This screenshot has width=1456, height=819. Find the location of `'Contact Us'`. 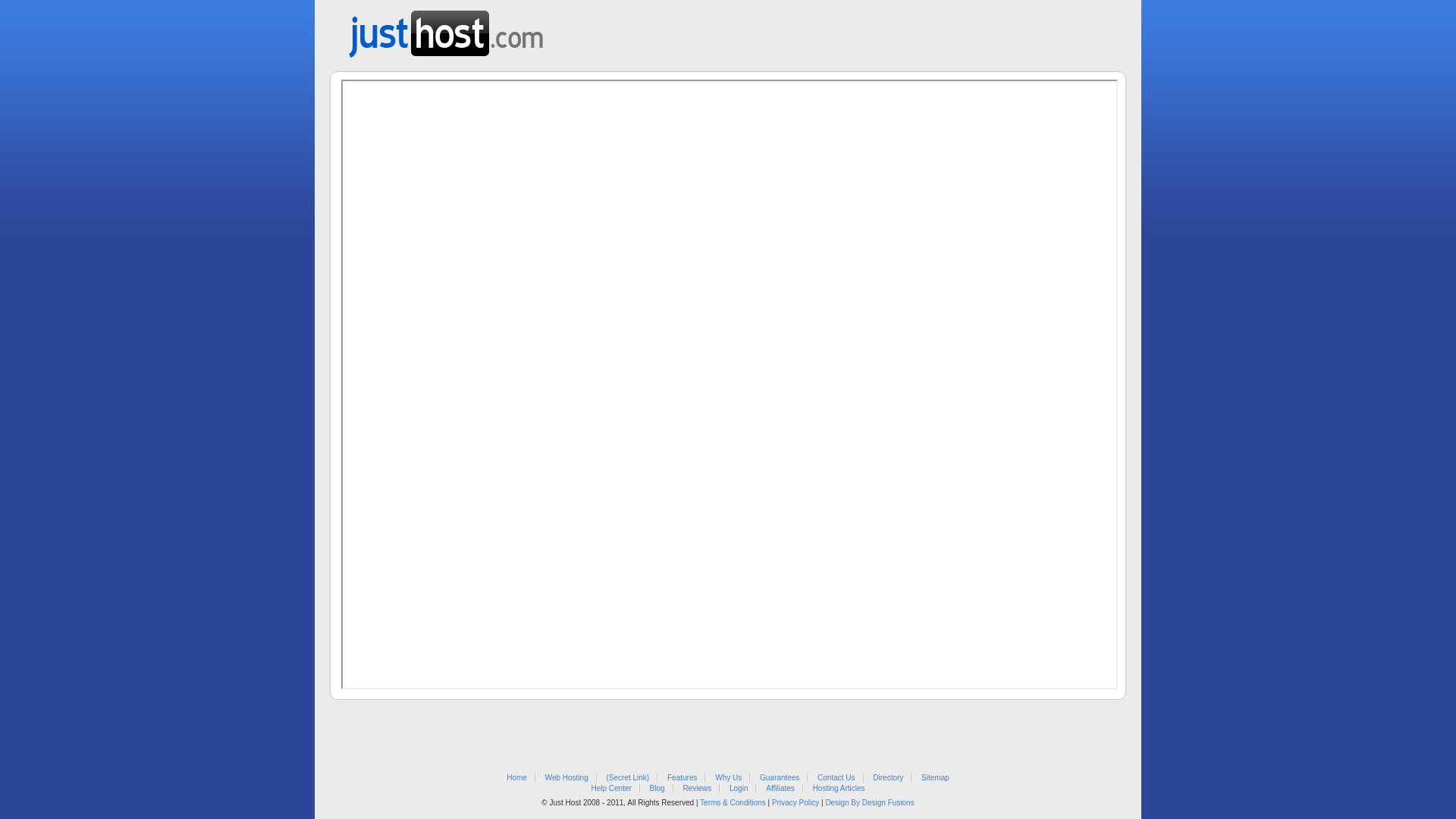

'Contact Us' is located at coordinates (835, 777).